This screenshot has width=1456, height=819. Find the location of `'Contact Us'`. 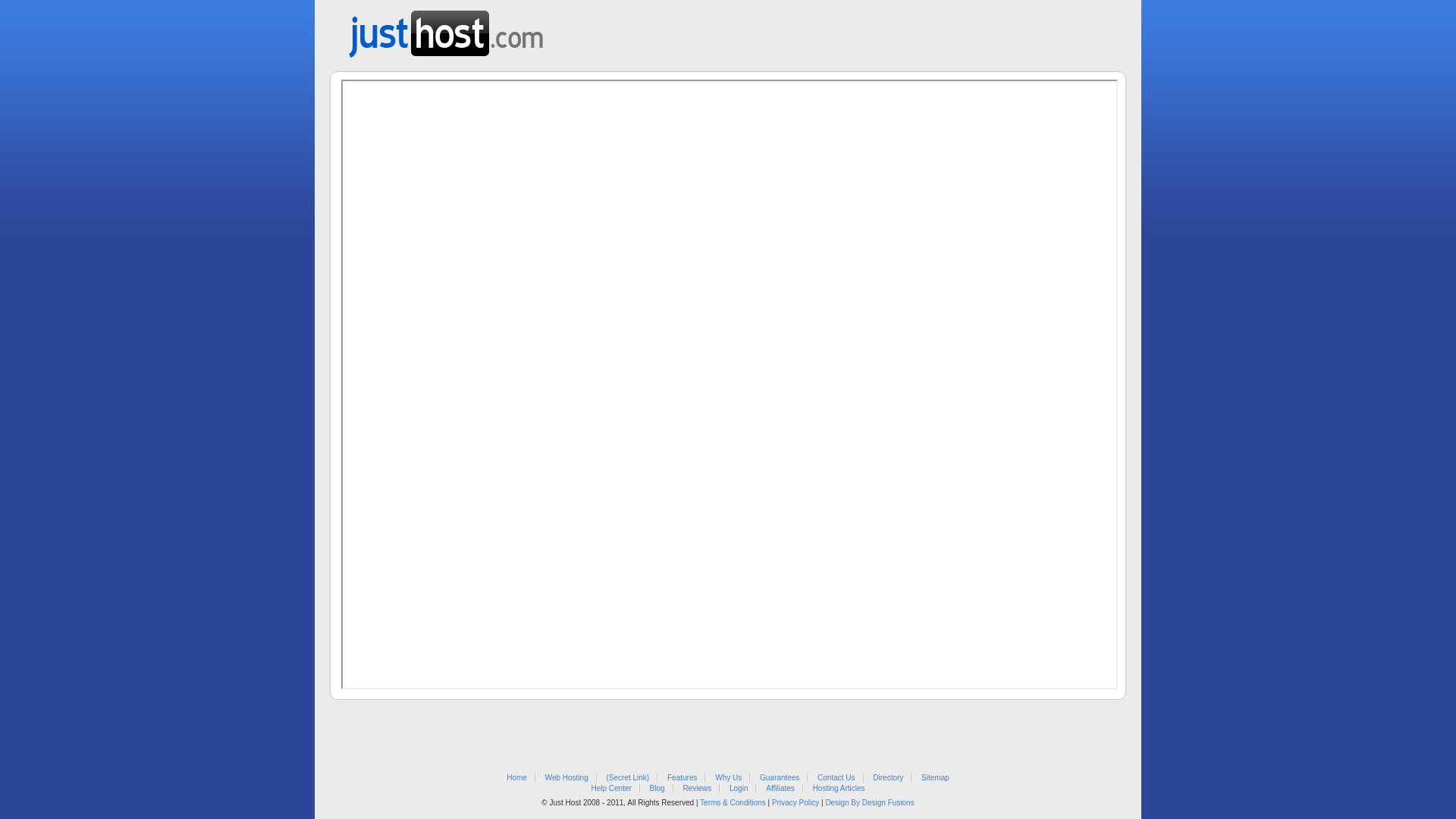

'Contact Us' is located at coordinates (835, 777).